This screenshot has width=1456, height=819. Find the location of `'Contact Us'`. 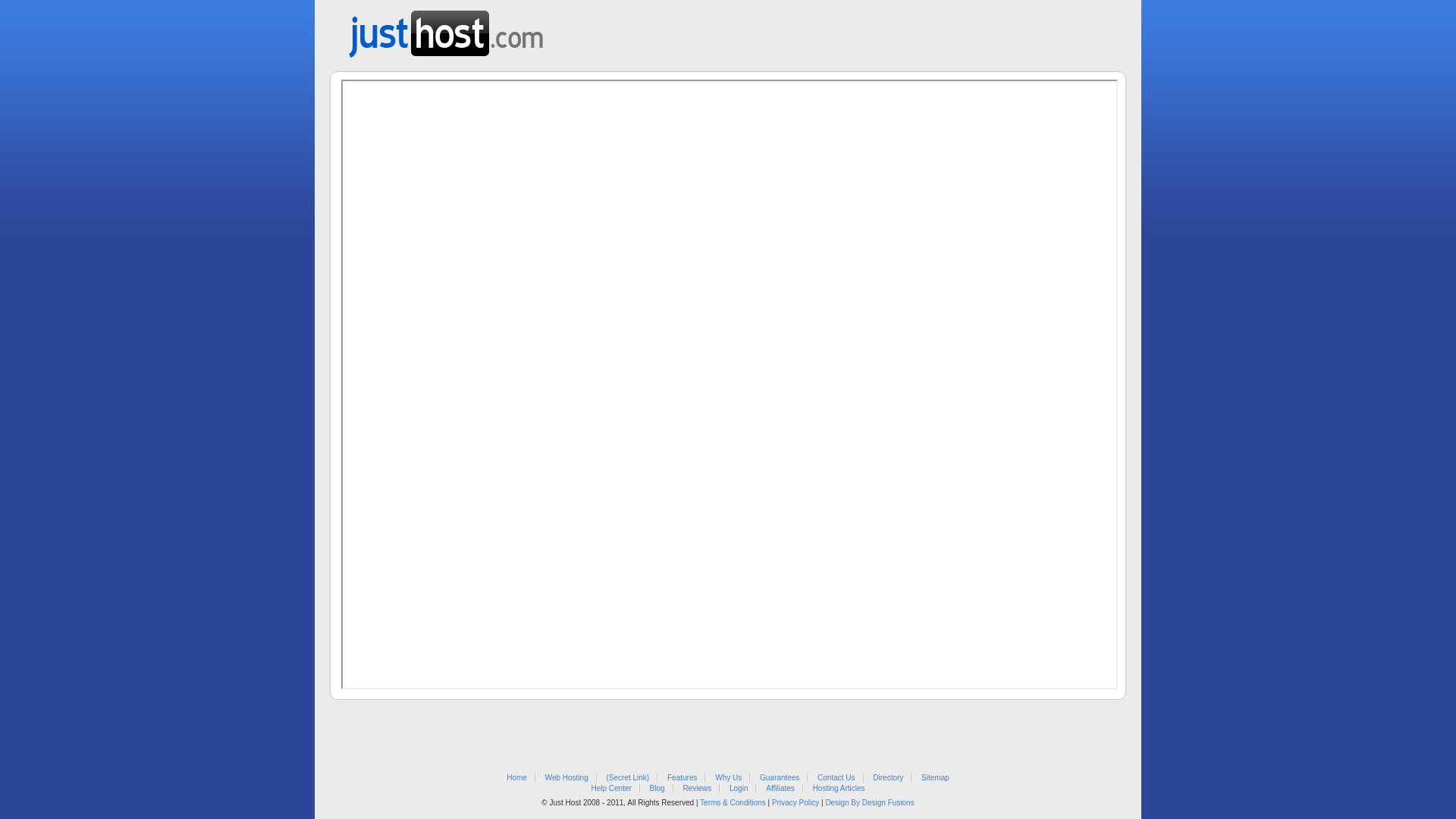

'Contact Us' is located at coordinates (835, 777).